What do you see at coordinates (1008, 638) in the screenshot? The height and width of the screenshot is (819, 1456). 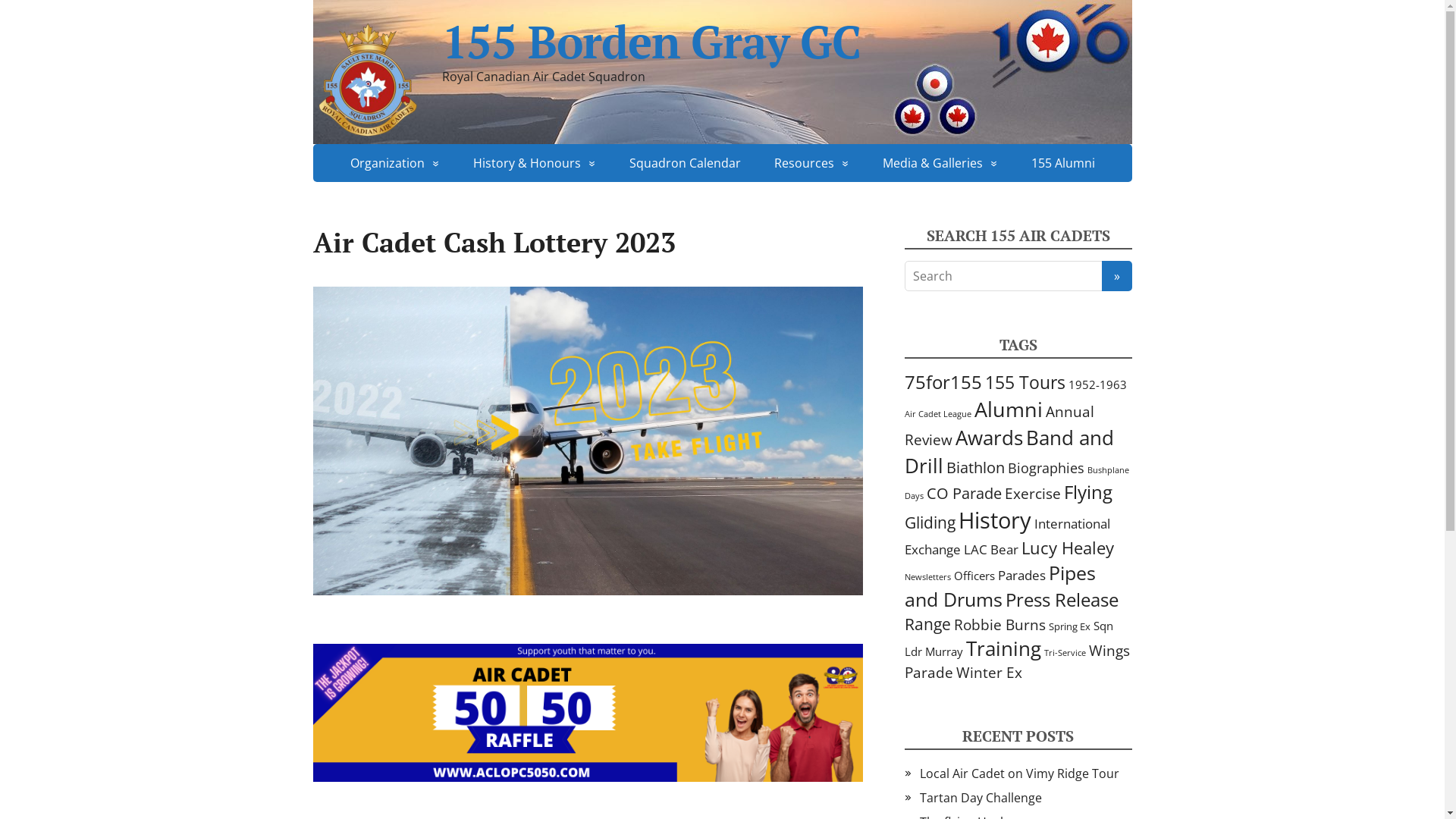 I see `'Sqn Ldr Murray'` at bounding box center [1008, 638].